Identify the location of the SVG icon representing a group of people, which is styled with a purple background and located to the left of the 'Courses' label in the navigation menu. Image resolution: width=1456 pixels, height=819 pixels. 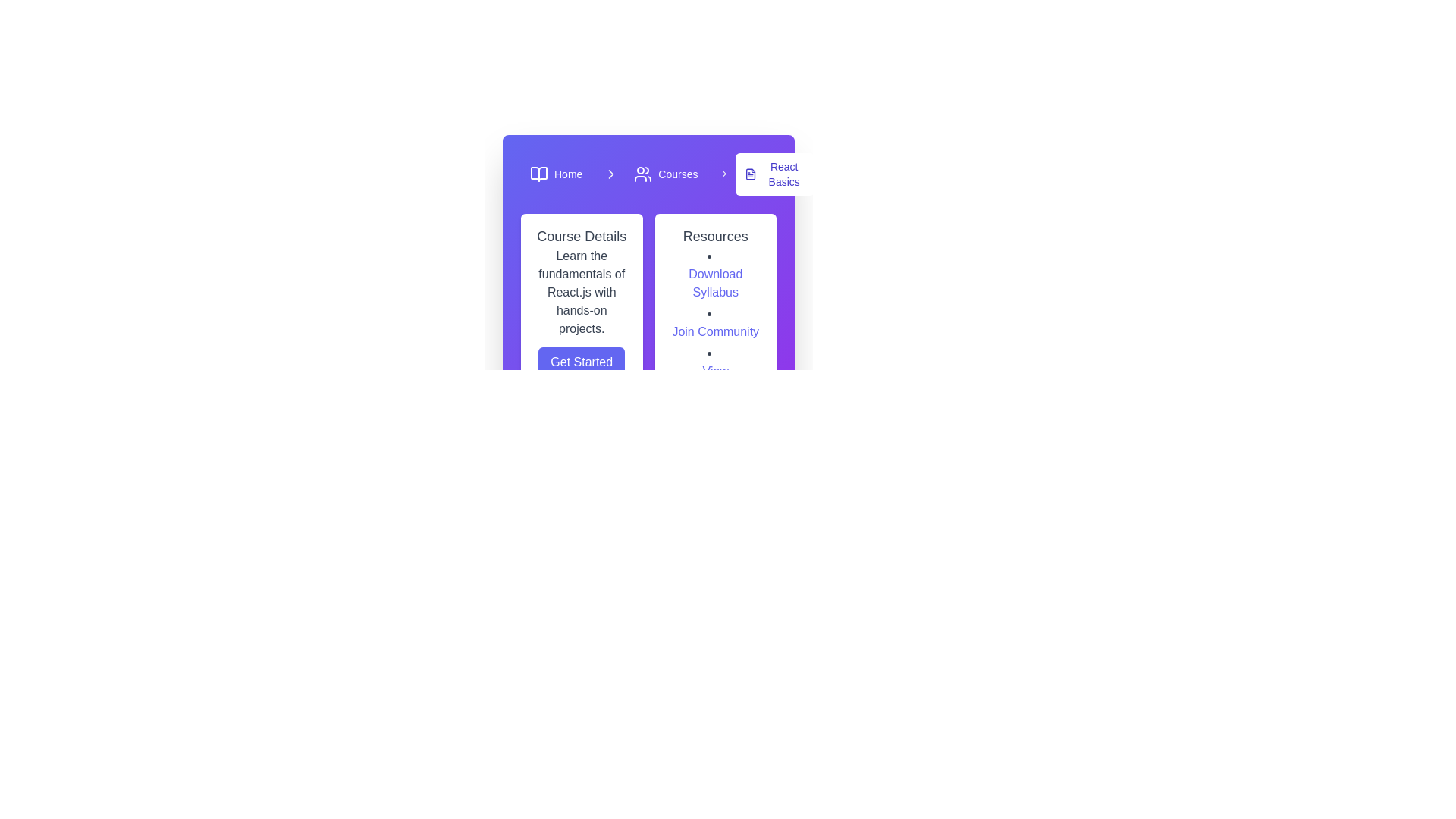
(643, 174).